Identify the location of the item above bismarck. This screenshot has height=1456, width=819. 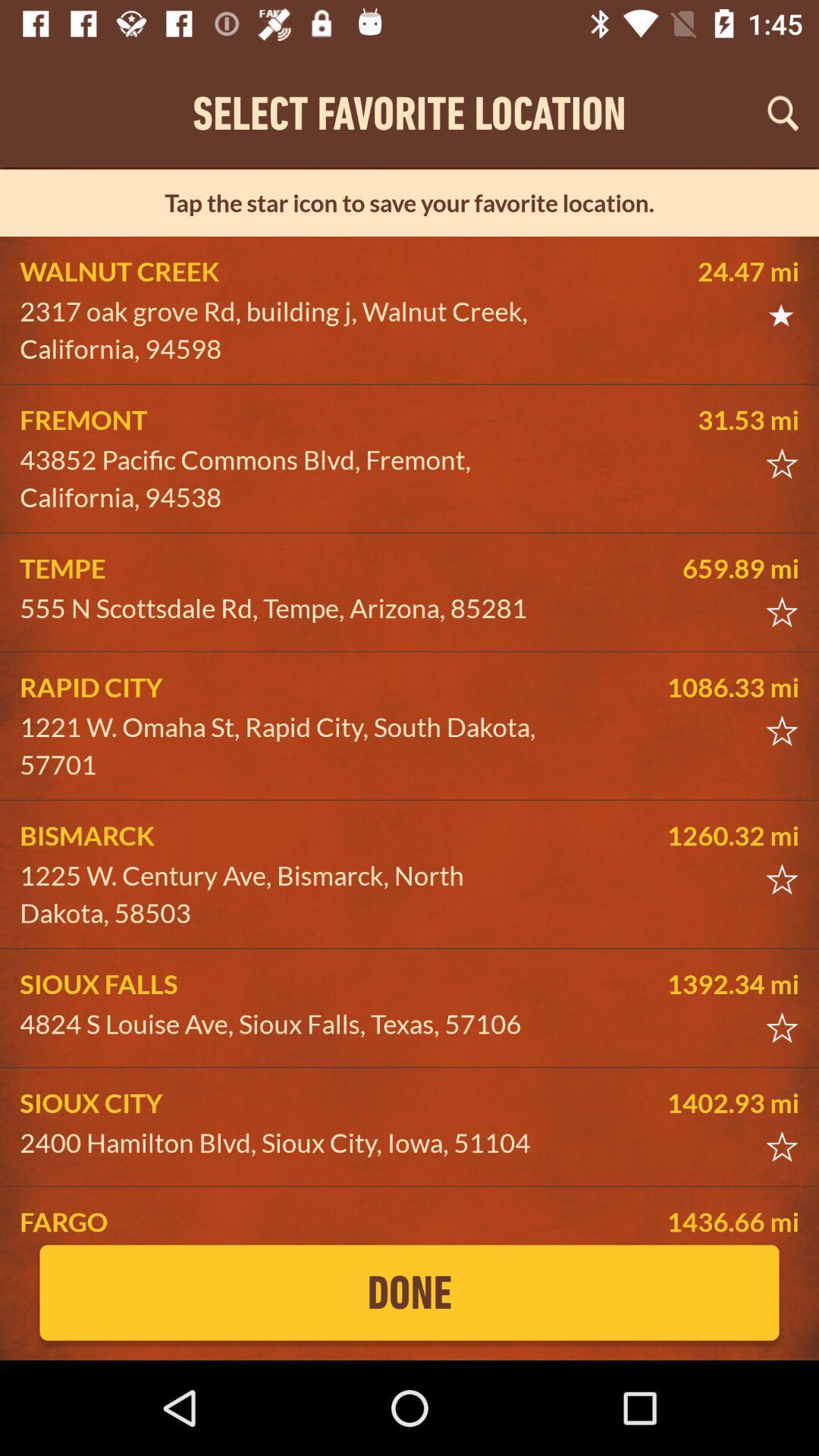
(285, 745).